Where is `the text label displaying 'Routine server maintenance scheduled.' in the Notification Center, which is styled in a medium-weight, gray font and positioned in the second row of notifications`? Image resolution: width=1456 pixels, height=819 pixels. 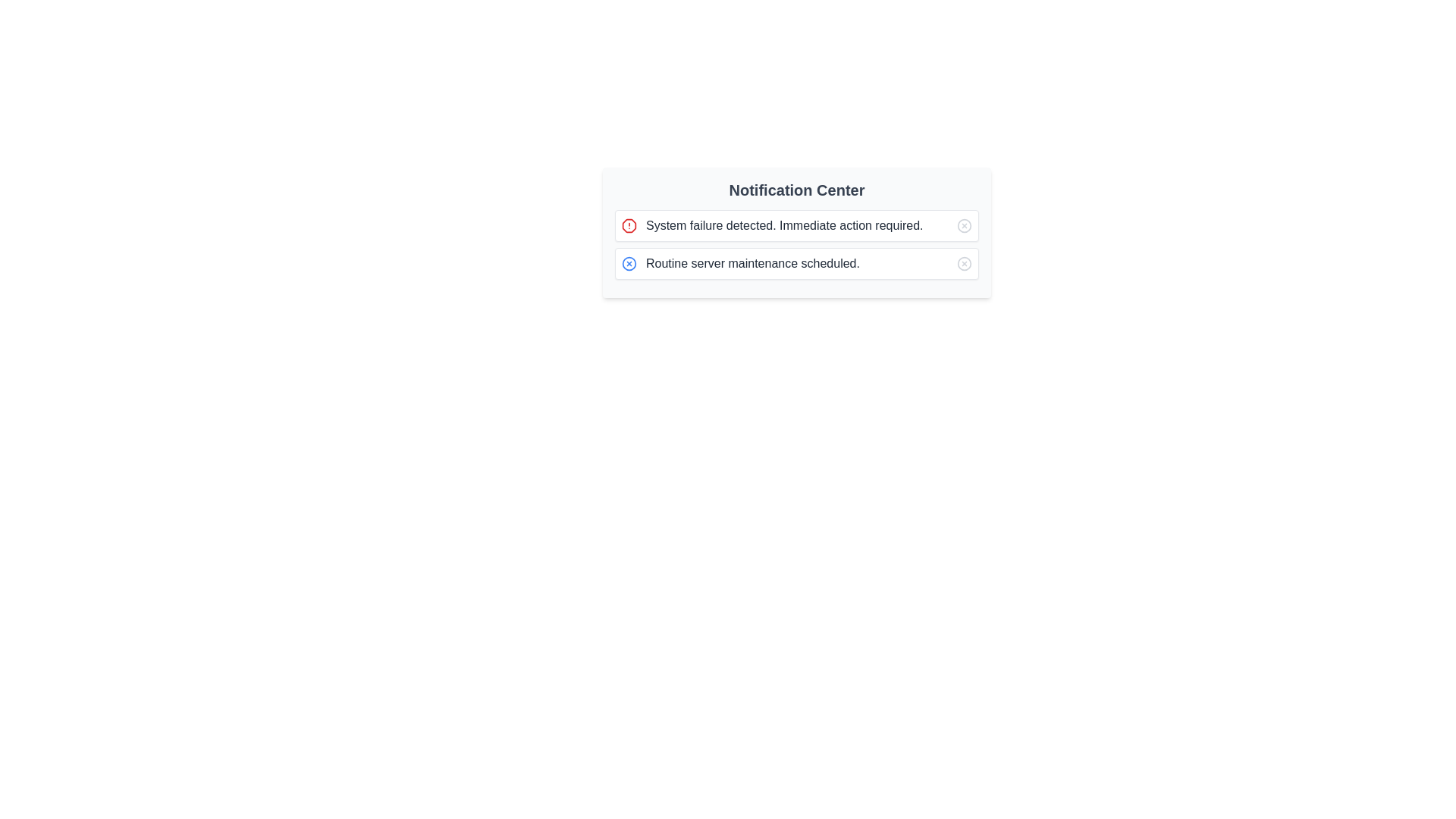
the text label displaying 'Routine server maintenance scheduled.' in the Notification Center, which is styled in a medium-weight, gray font and positioned in the second row of notifications is located at coordinates (753, 262).